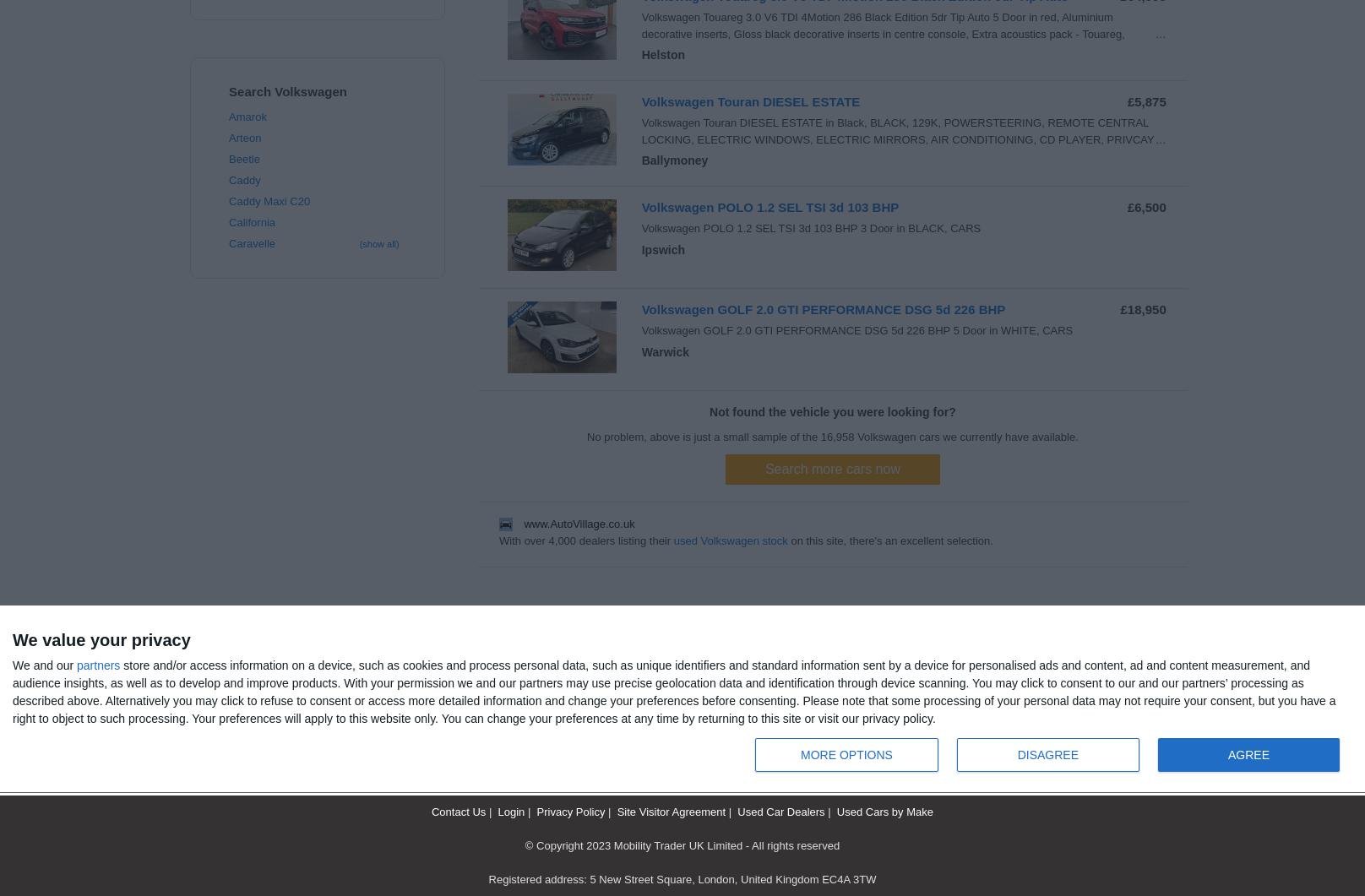  Describe the element at coordinates (252, 221) in the screenshot. I see `'California'` at that location.